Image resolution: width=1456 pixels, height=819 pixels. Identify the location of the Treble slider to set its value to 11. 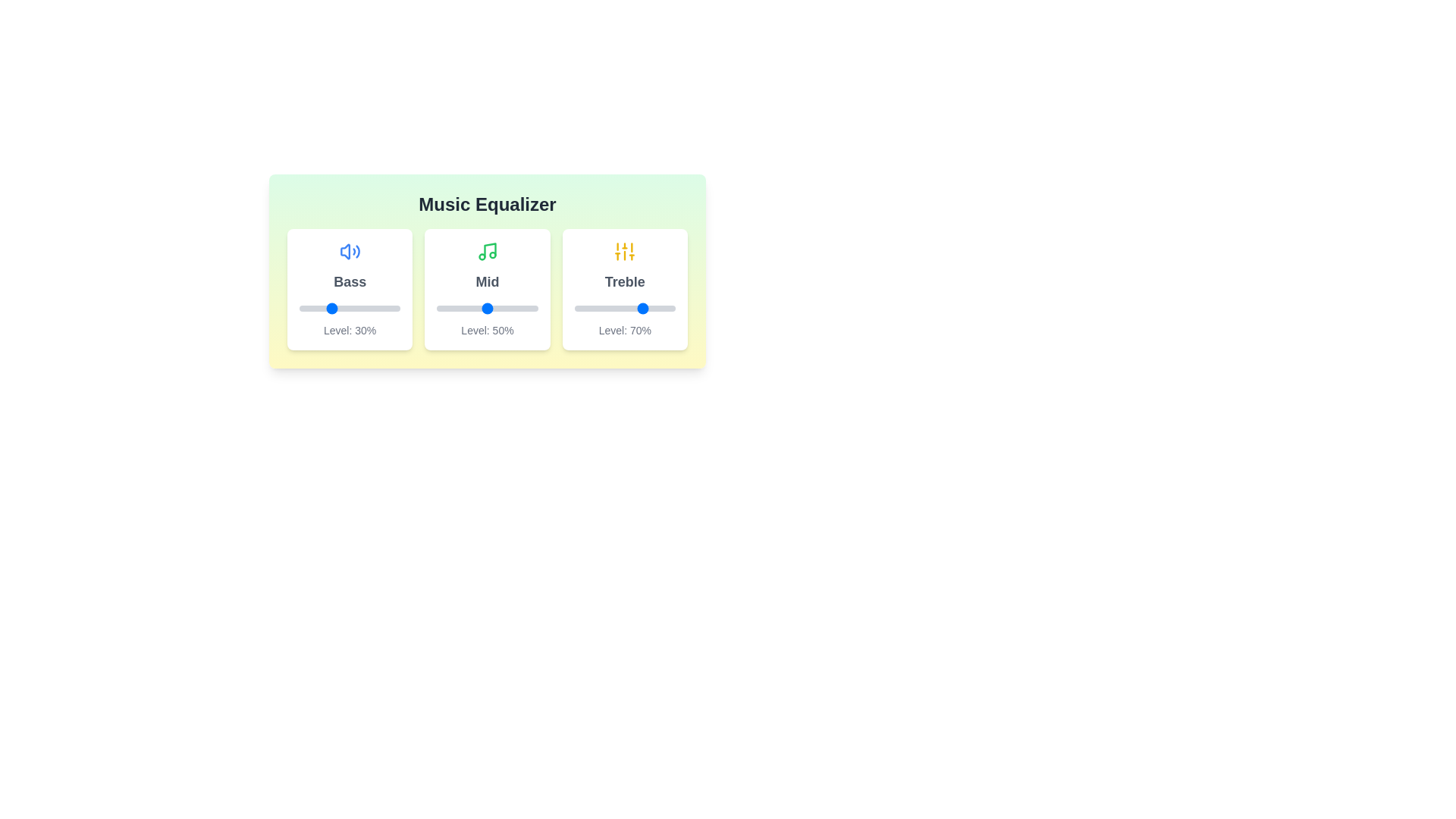
(585, 308).